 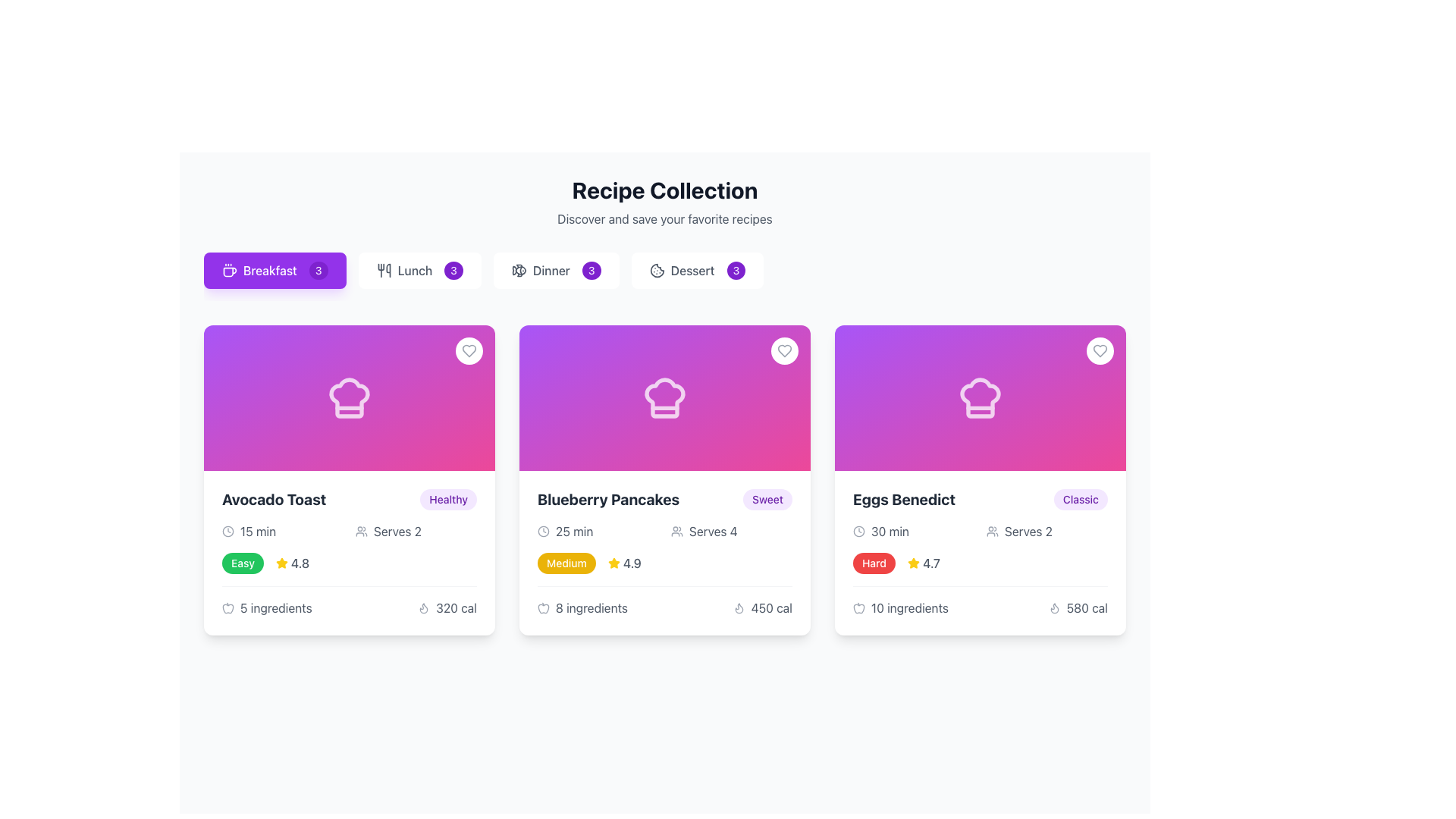 What do you see at coordinates (1053, 607) in the screenshot?
I see `the flame icon located to the left of the '580 cal' text in the nutritional information section of the 'Eggs Benedict' card` at bounding box center [1053, 607].